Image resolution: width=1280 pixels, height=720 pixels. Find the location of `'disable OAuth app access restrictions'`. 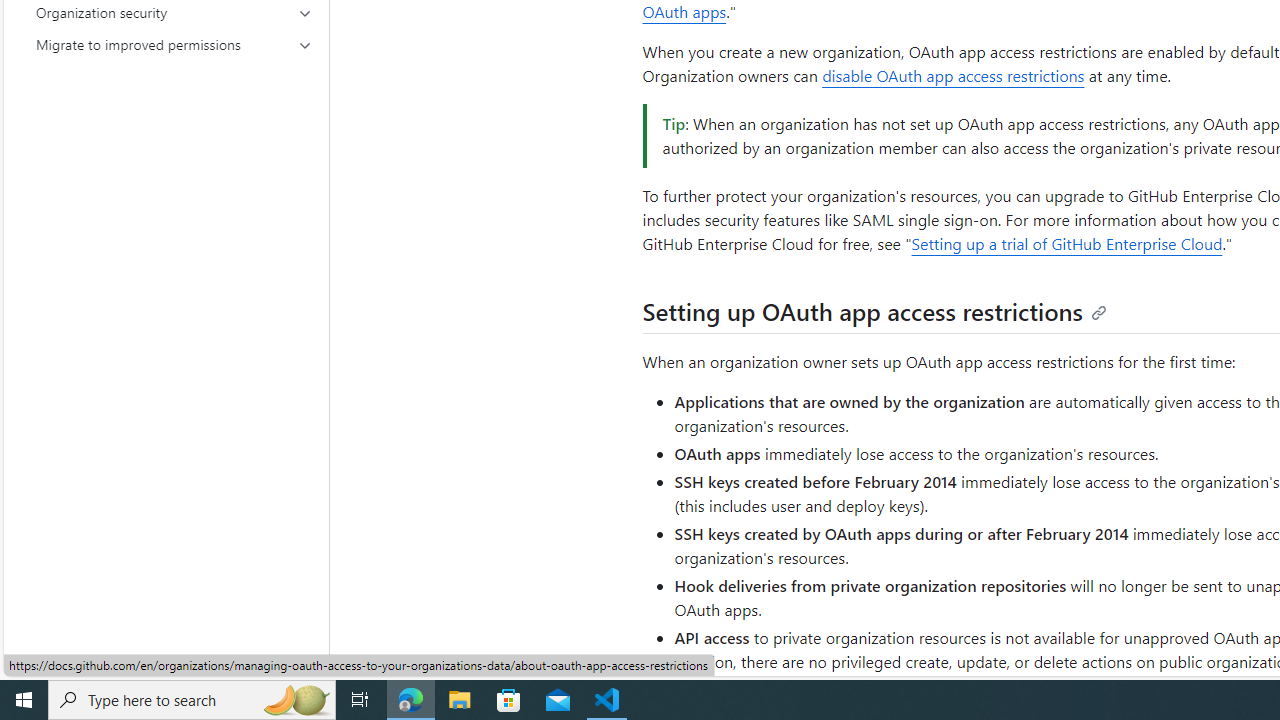

'disable OAuth app access restrictions' is located at coordinates (952, 74).